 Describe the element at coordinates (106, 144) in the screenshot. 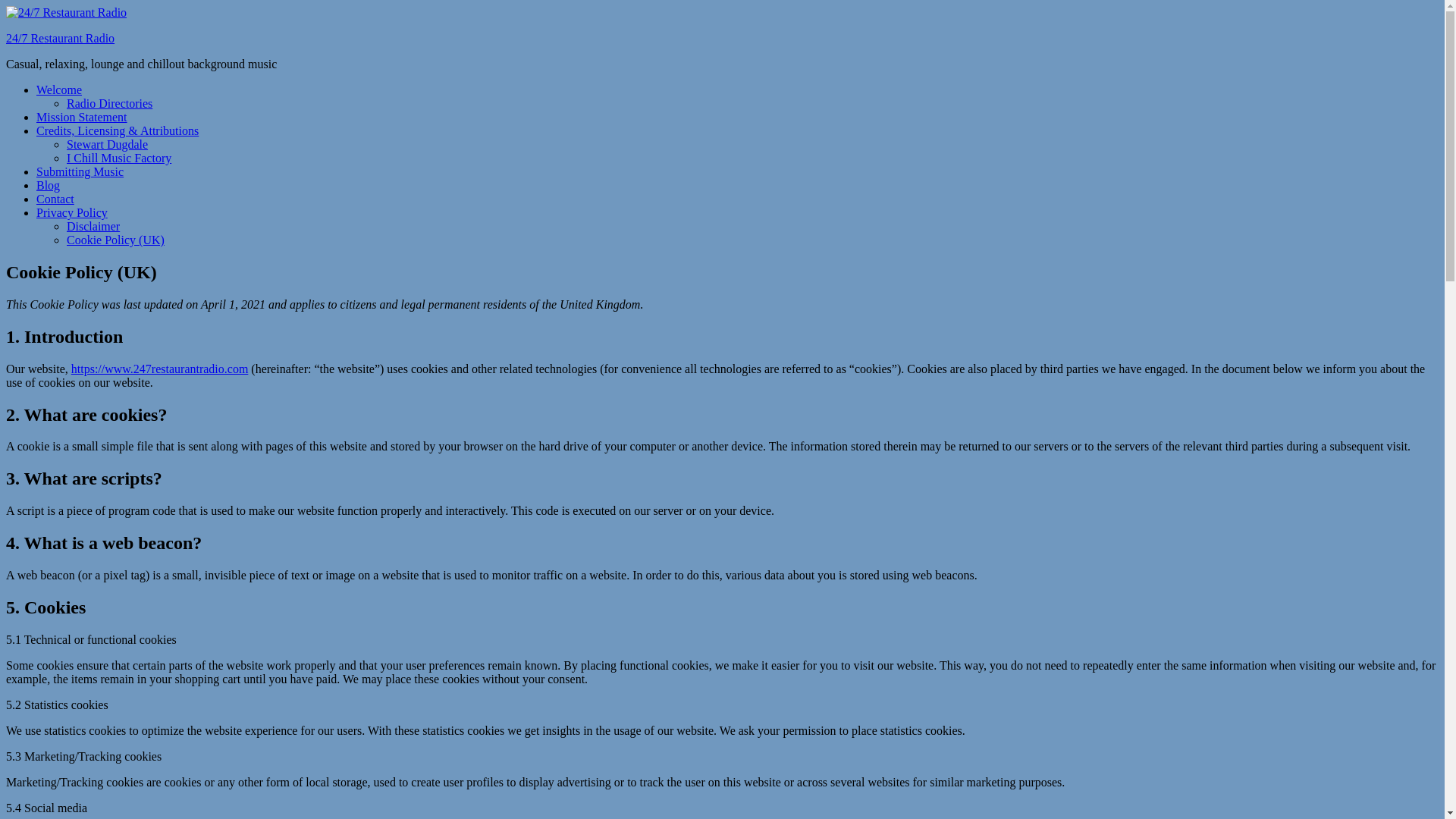

I see `'Stewart Dugdale'` at that location.